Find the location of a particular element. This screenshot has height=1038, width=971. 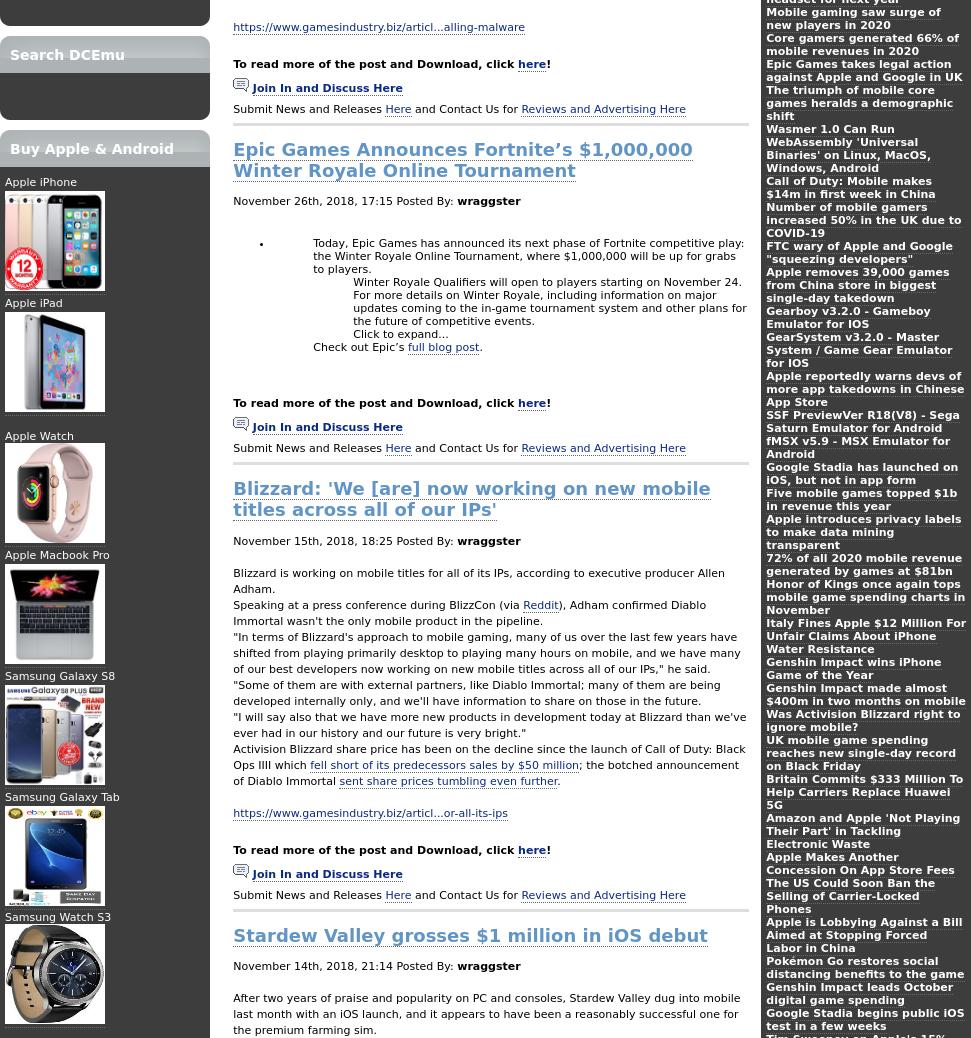

'Britain Commits $333 Million To Help Carriers Replace Huawei 5G' is located at coordinates (864, 792).